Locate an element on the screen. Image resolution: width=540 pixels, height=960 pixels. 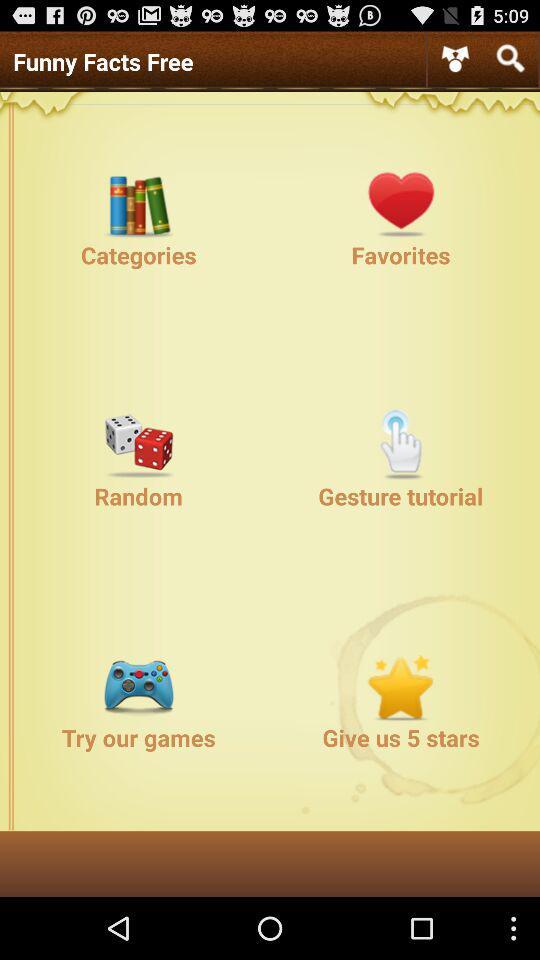
share is located at coordinates (455, 58).